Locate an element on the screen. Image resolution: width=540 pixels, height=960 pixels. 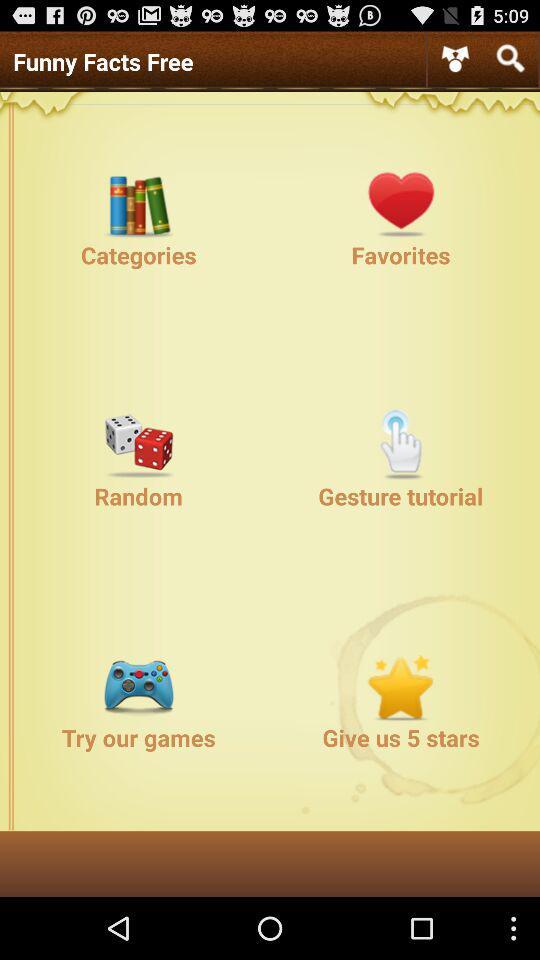
share is located at coordinates (455, 58).